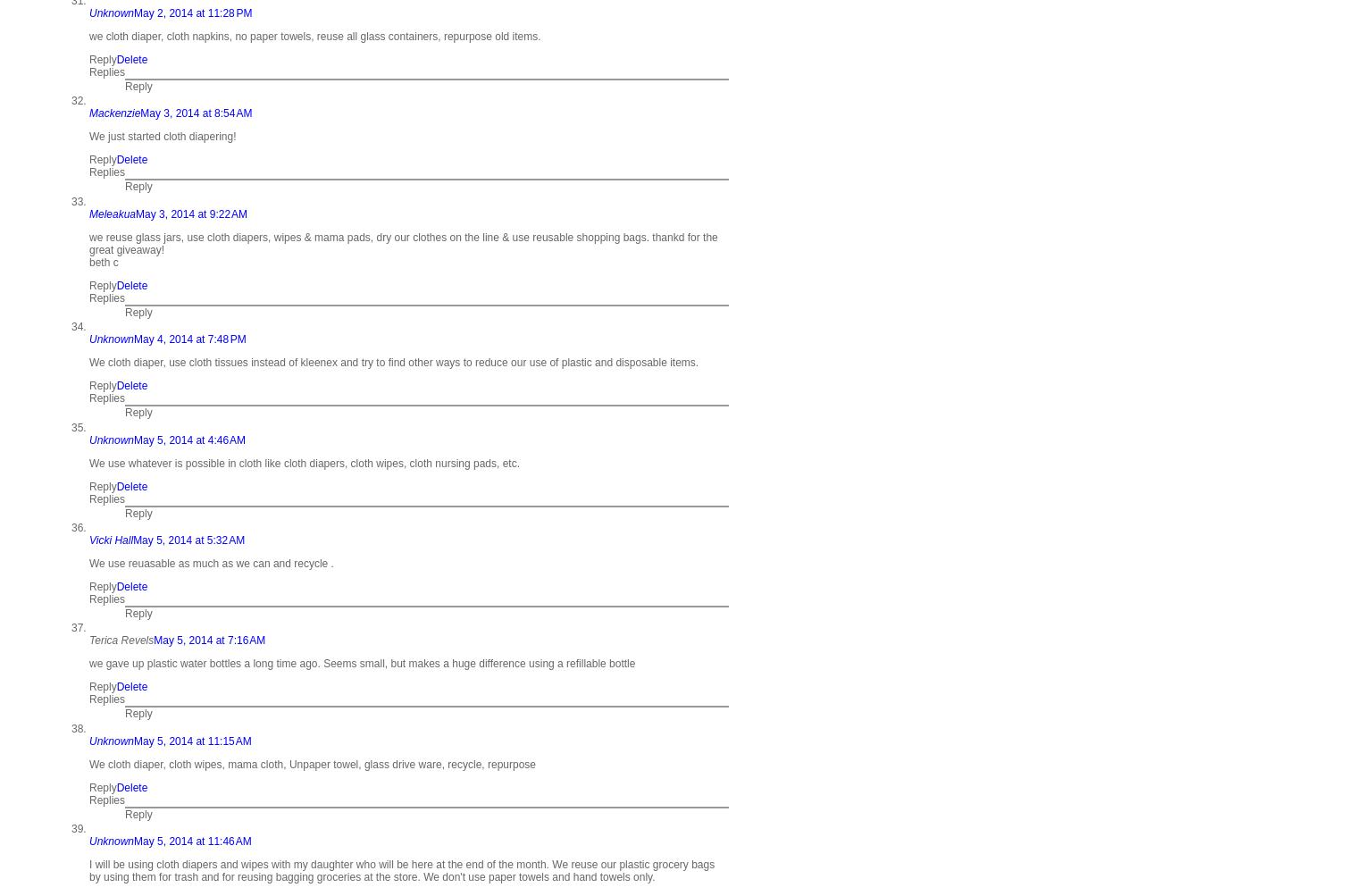  What do you see at coordinates (191, 740) in the screenshot?
I see `'May 5, 2014 at 11:15 AM'` at bounding box center [191, 740].